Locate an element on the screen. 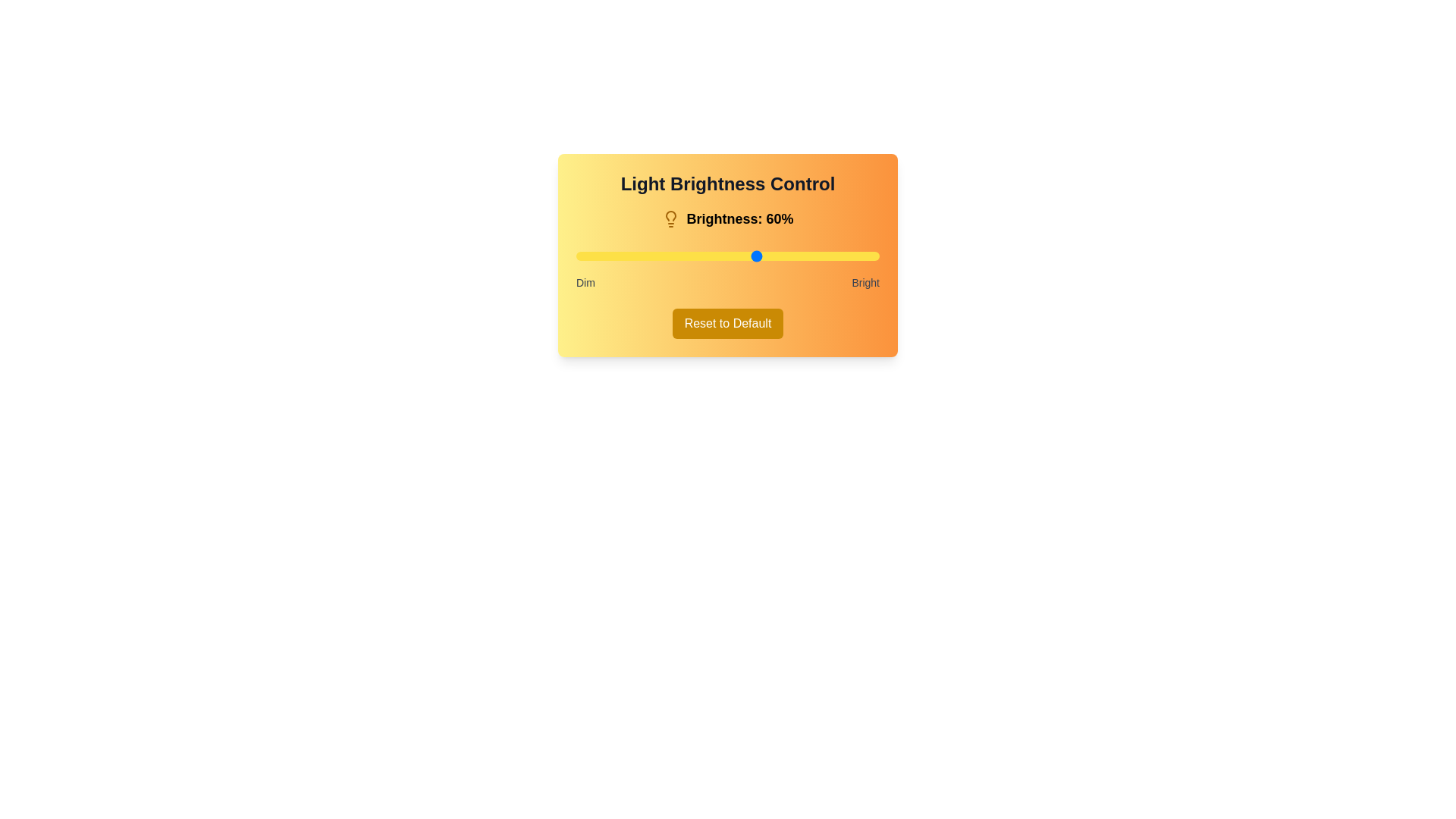 This screenshot has height=819, width=1456. the lightbulb icon to observe its appearance is located at coordinates (670, 219).